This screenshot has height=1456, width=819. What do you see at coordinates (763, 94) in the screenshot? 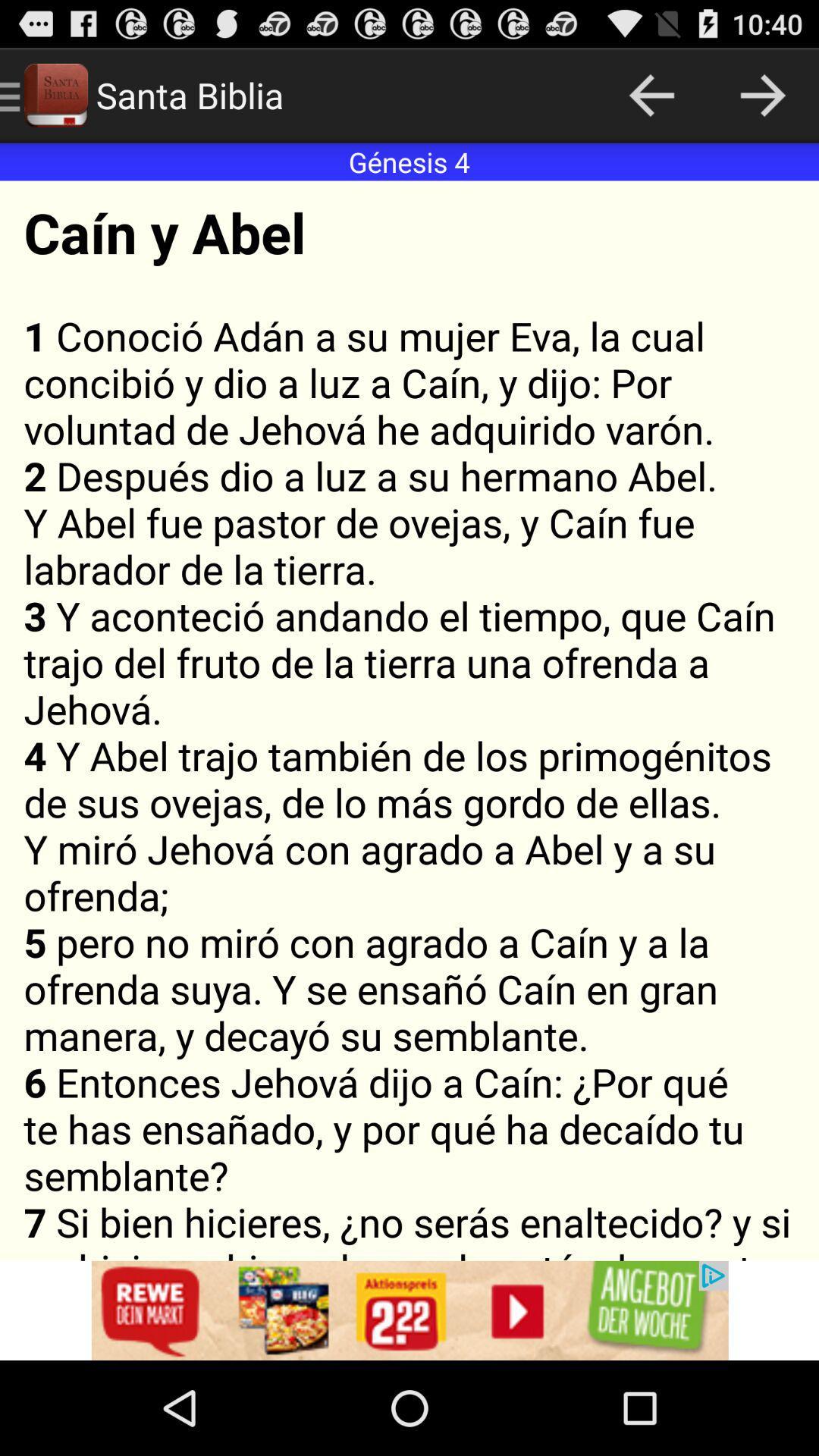
I see `the arrow mark icon shown at the top right corner` at bounding box center [763, 94].